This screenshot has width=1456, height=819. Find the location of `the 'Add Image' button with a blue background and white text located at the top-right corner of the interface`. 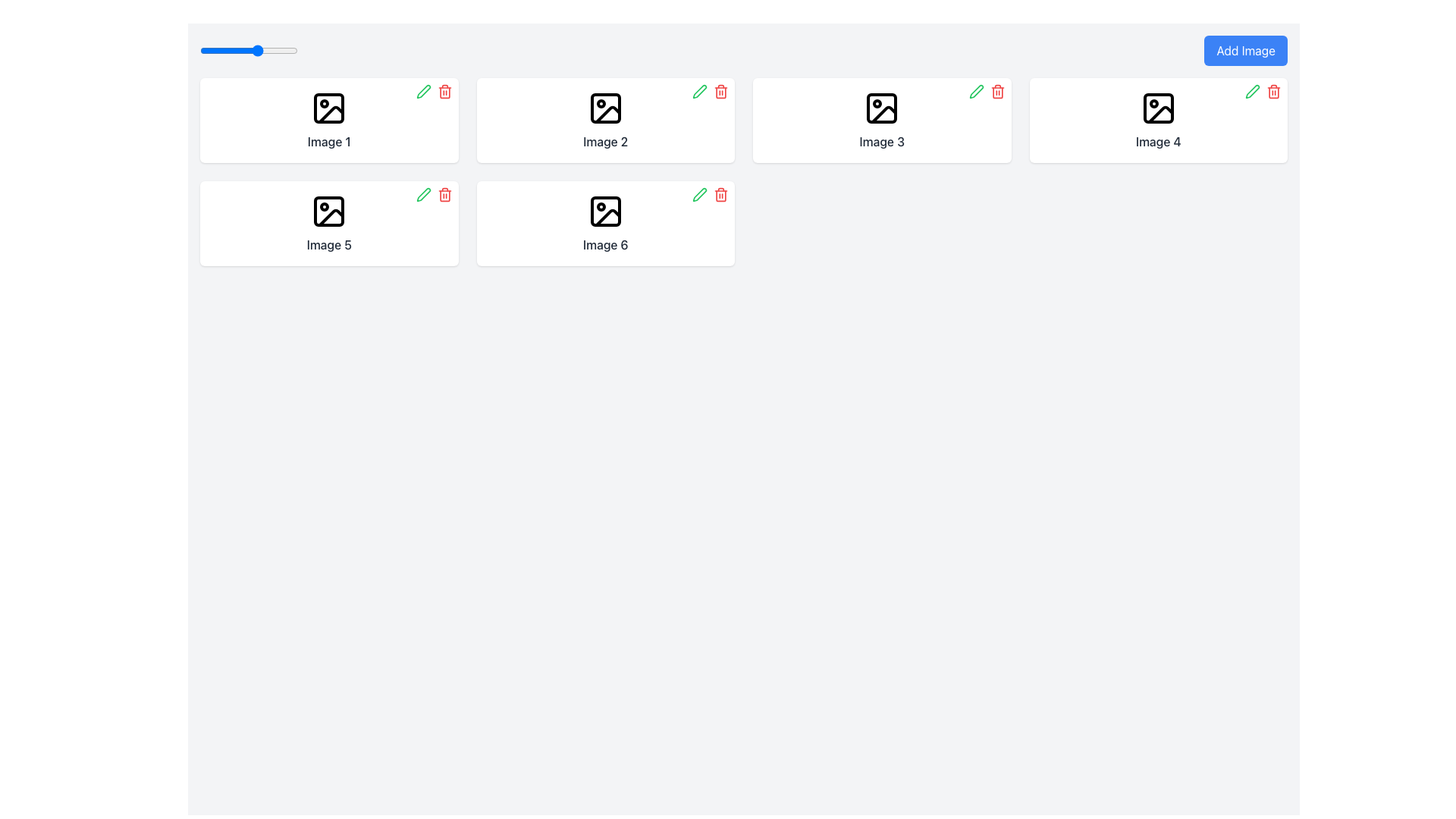

the 'Add Image' button with a blue background and white text located at the top-right corner of the interface is located at coordinates (1246, 49).